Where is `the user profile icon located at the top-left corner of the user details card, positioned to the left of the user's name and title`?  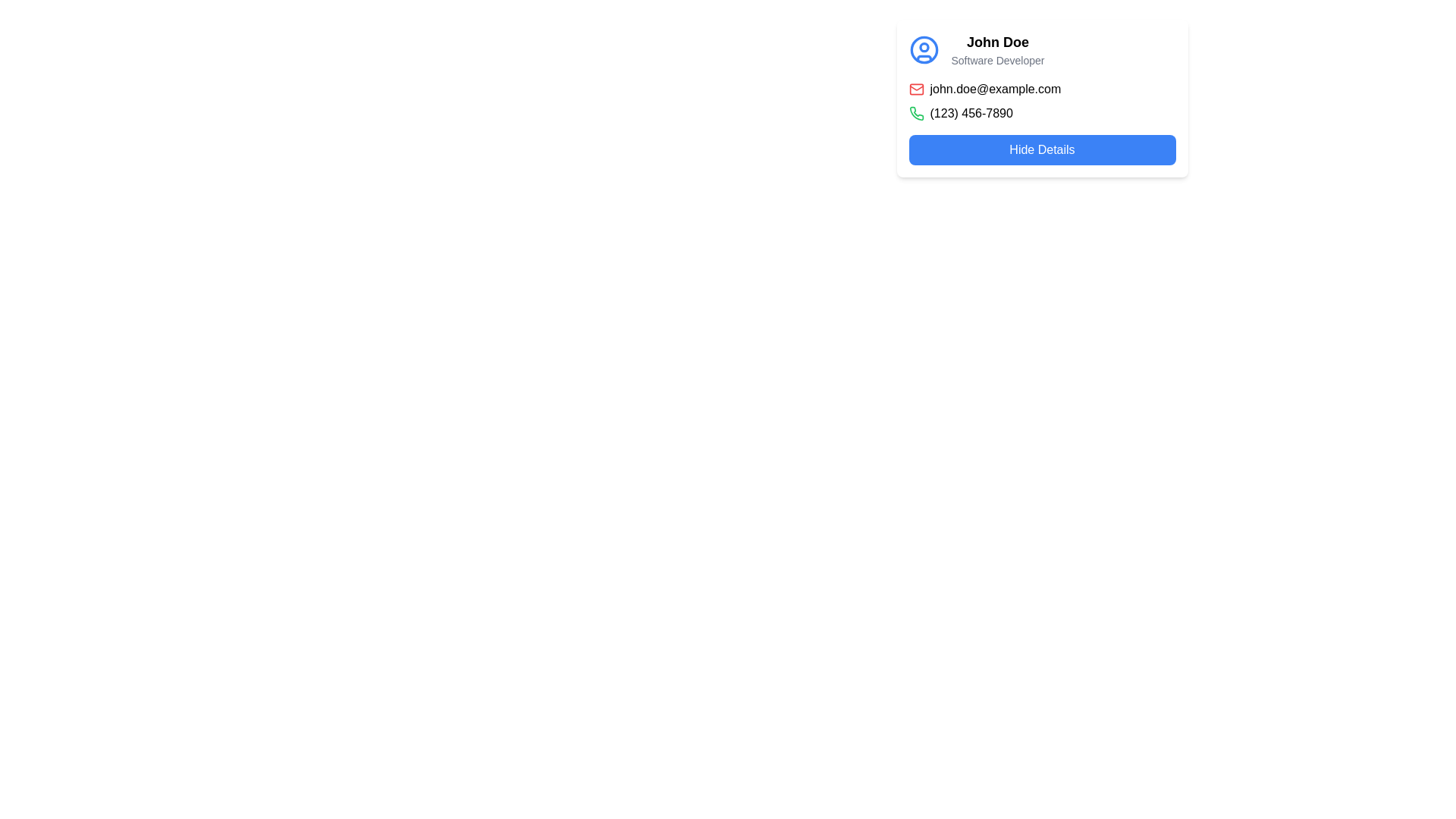 the user profile icon located at the top-left corner of the user details card, positioned to the left of the user's name and title is located at coordinates (923, 49).